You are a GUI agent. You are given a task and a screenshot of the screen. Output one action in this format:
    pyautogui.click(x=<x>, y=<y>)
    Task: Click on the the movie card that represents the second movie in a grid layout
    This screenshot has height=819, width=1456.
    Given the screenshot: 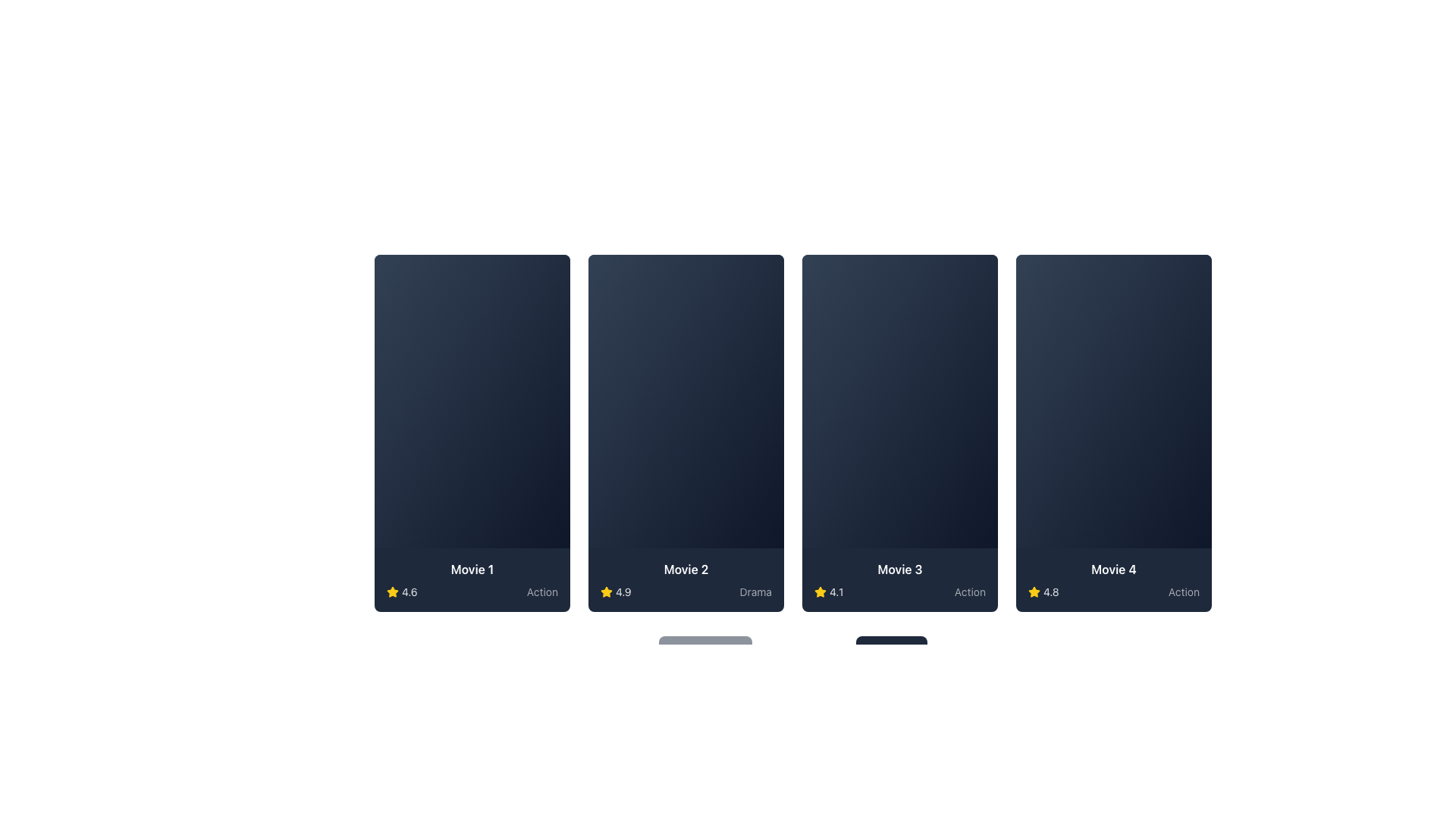 What is the action you would take?
    pyautogui.click(x=686, y=433)
    